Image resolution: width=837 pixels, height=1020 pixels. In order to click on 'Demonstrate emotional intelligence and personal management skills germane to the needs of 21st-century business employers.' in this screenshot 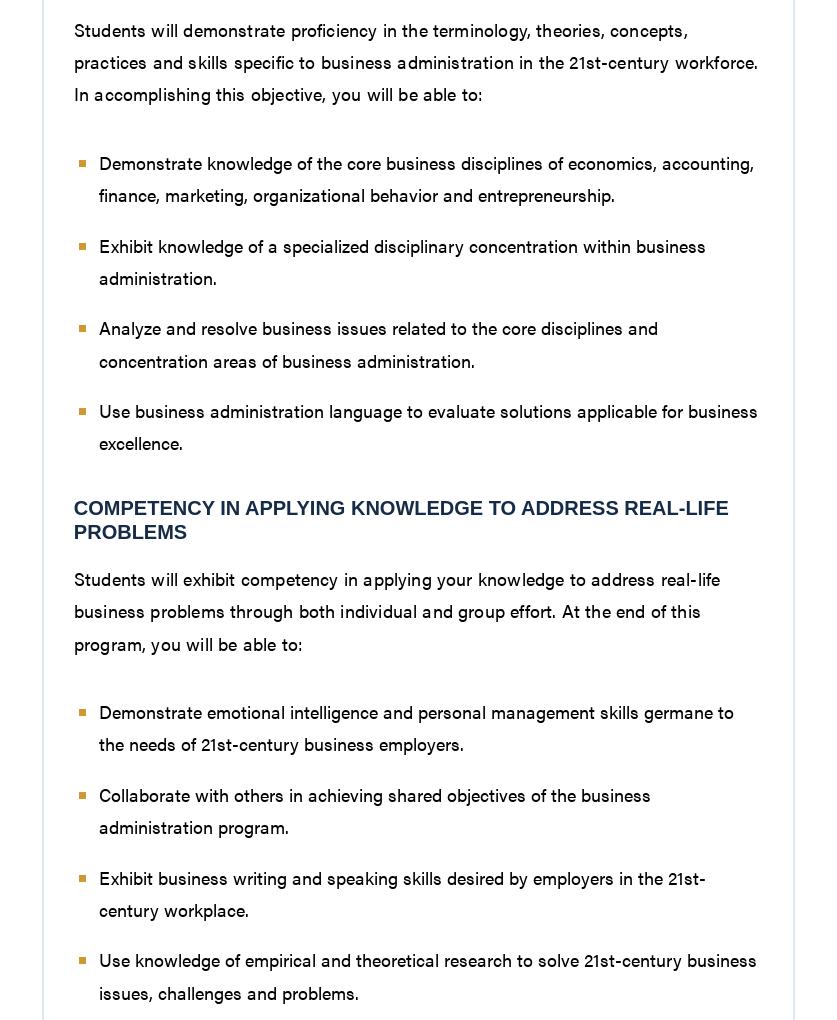, I will do `click(415, 727)`.